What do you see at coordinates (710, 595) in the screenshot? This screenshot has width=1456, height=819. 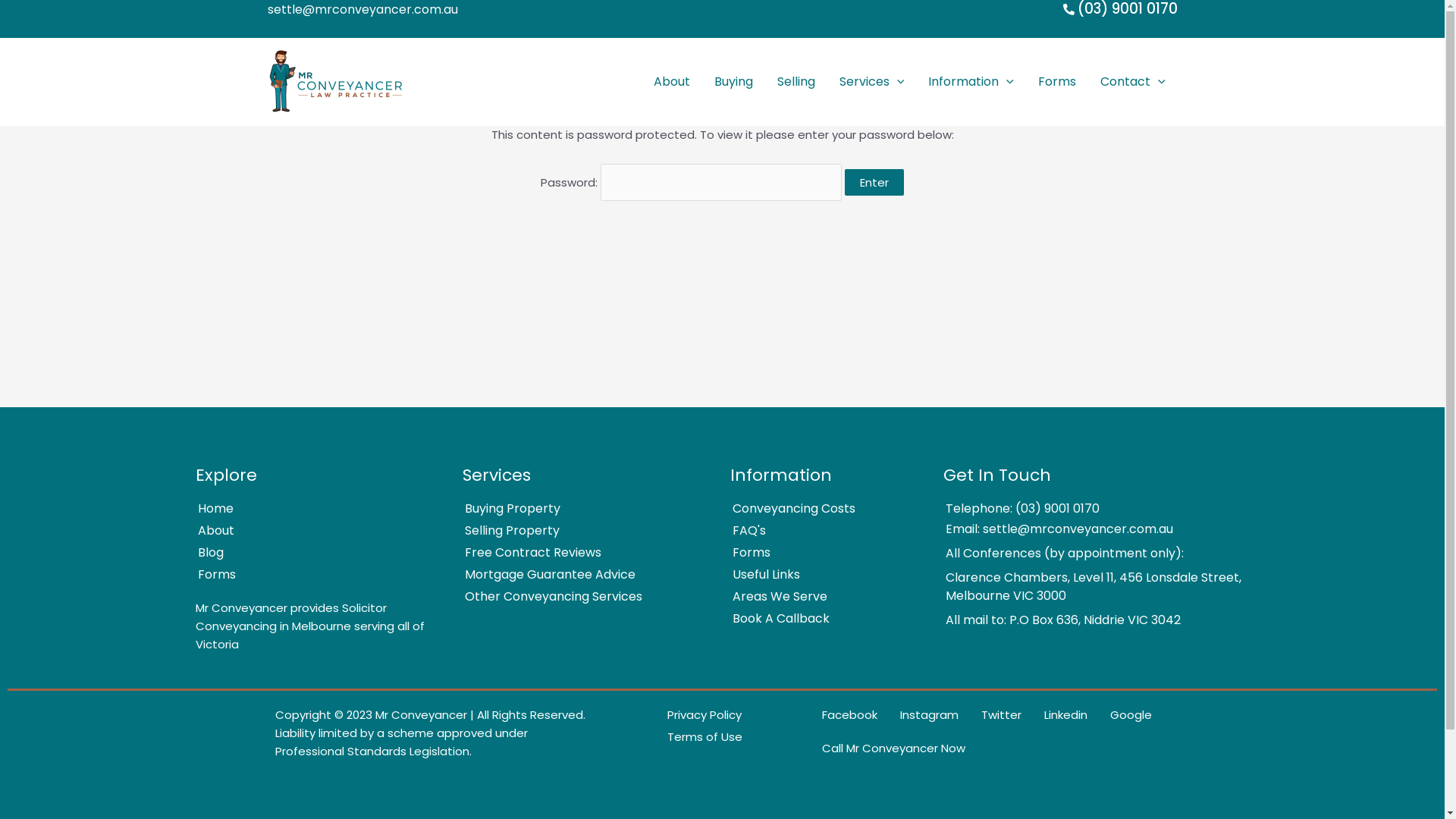 I see `'Areas We Serve'` at bounding box center [710, 595].